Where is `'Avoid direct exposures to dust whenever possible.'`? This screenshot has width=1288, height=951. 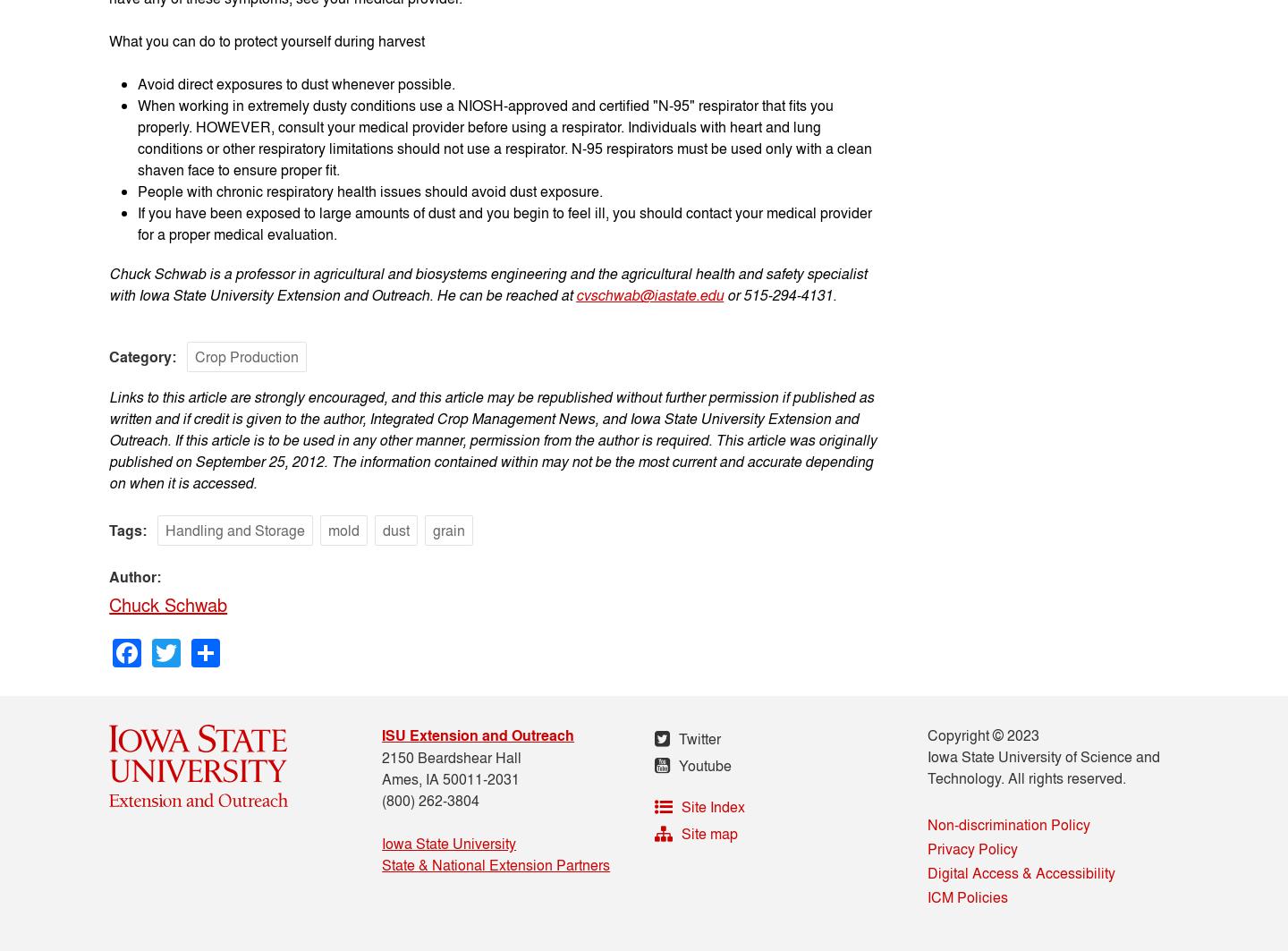 'Avoid direct exposures to dust whenever possible.' is located at coordinates (296, 83).